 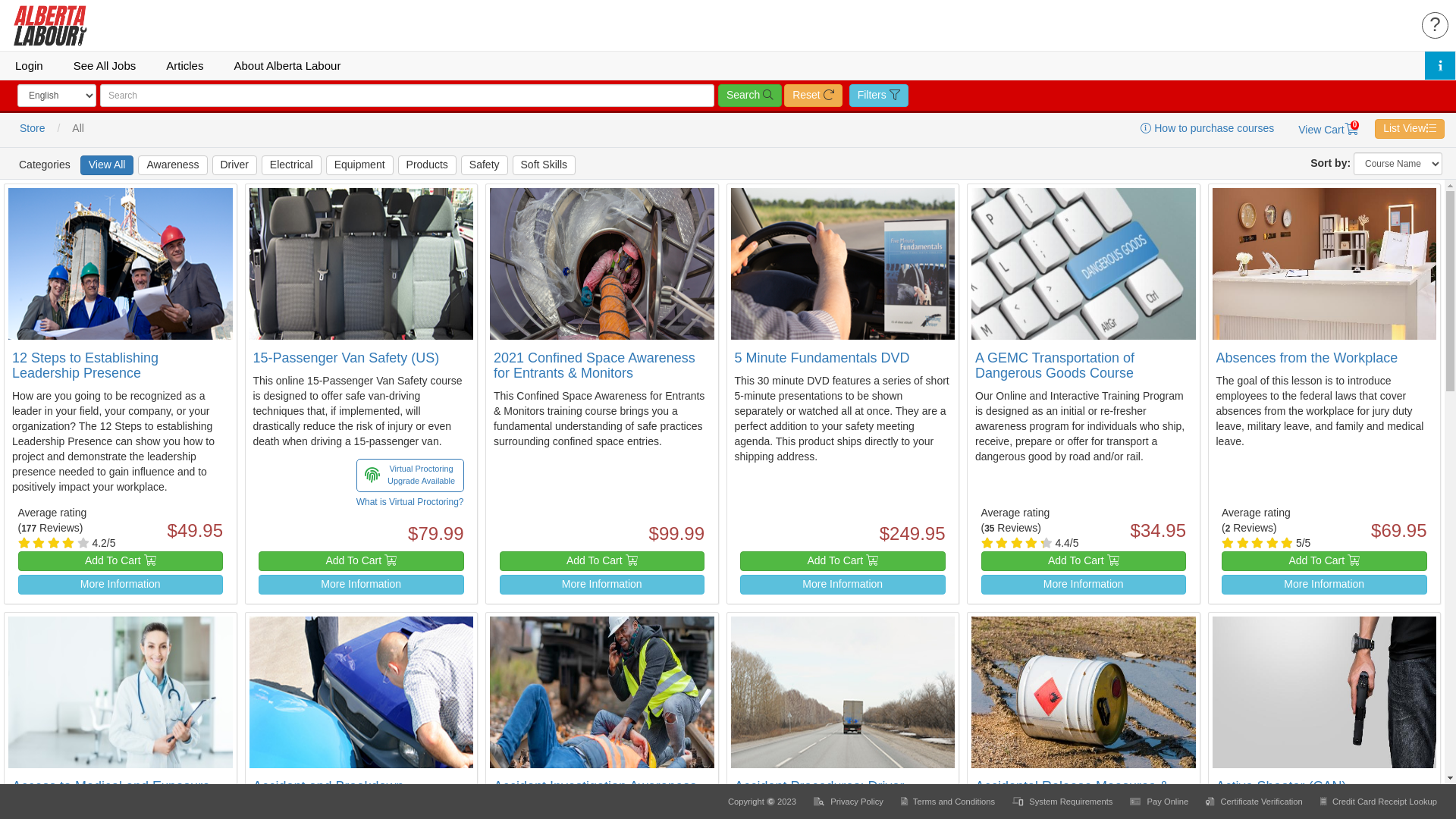 I want to click on 'More Information', so click(x=120, y=584).